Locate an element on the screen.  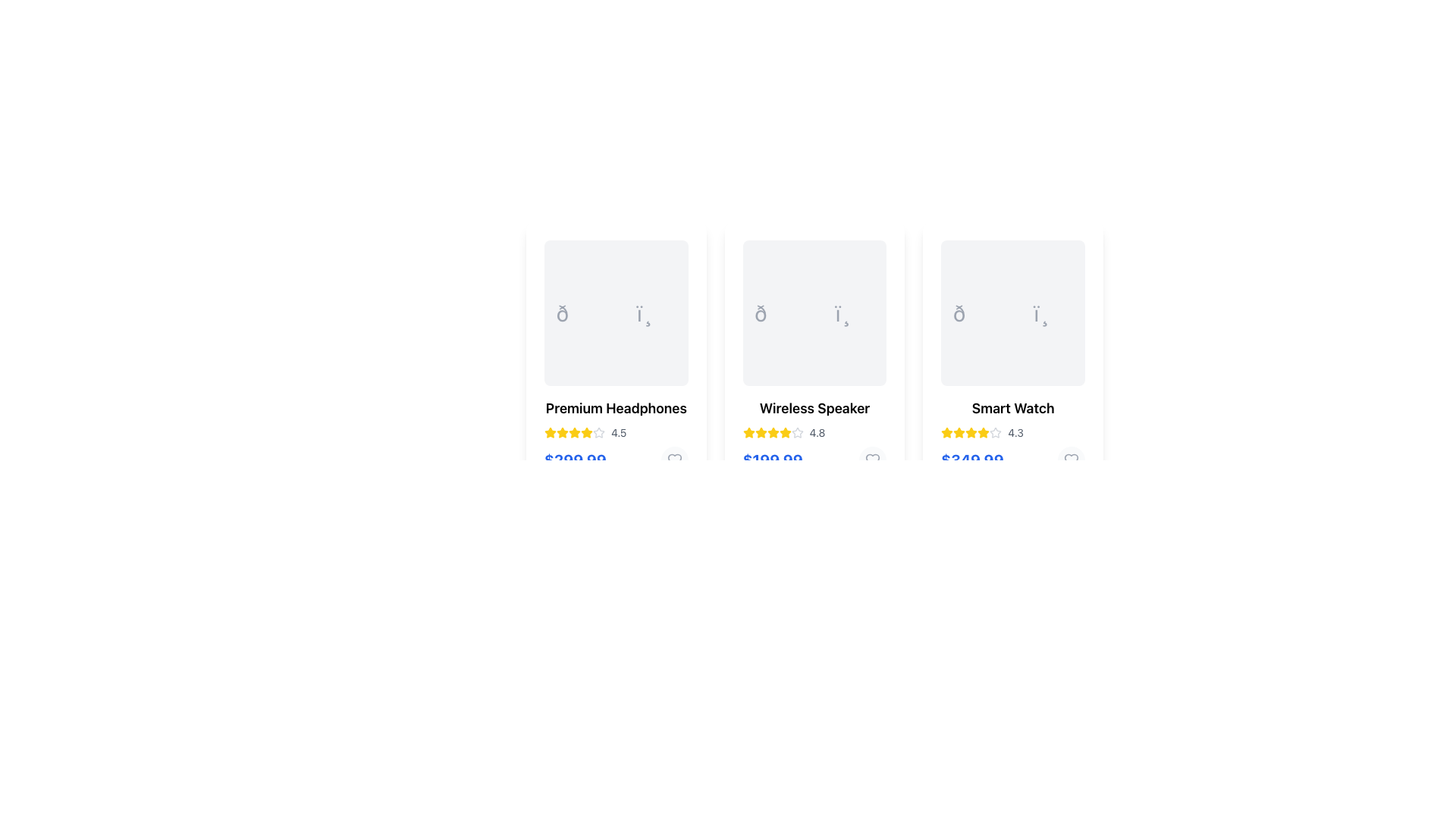
the Product Card for 'Wireless Speaker' located in the middle column of the grid layout, positioned between 'Premium Headphones' and 'Smart Watch' is located at coordinates (814, 356).